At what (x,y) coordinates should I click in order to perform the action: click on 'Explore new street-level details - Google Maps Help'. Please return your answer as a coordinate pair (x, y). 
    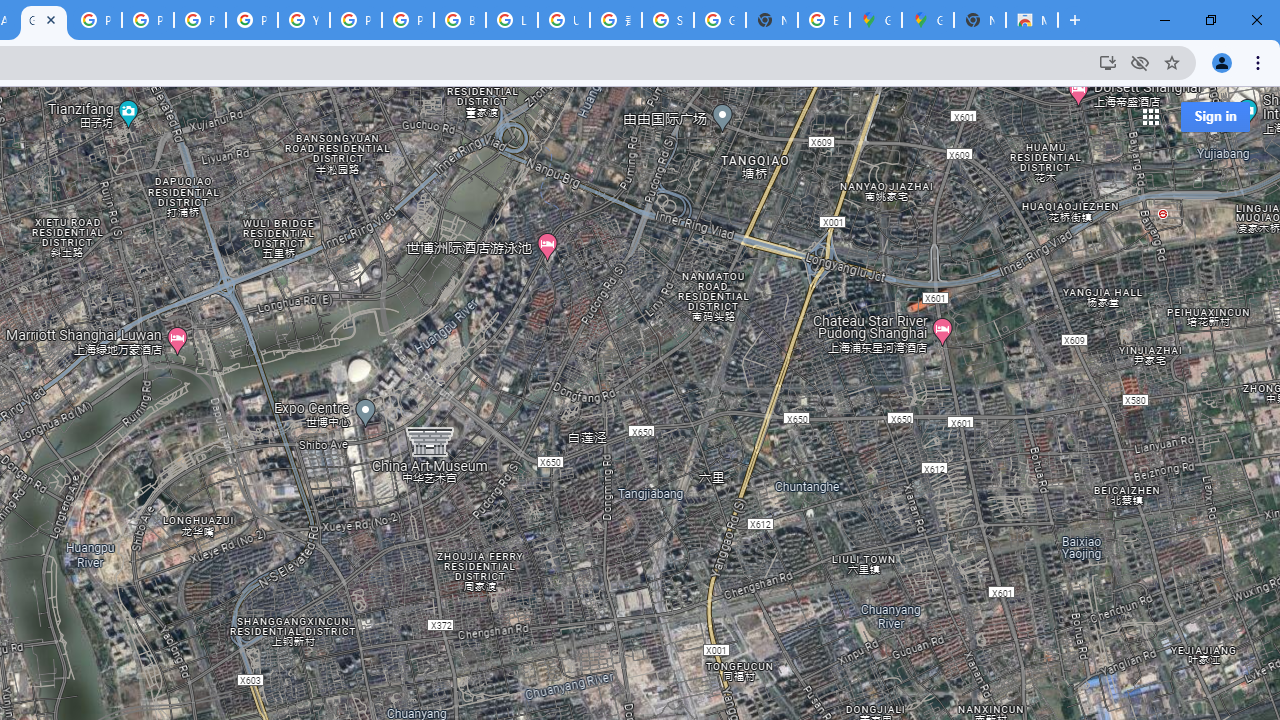
    Looking at the image, I should click on (823, 20).